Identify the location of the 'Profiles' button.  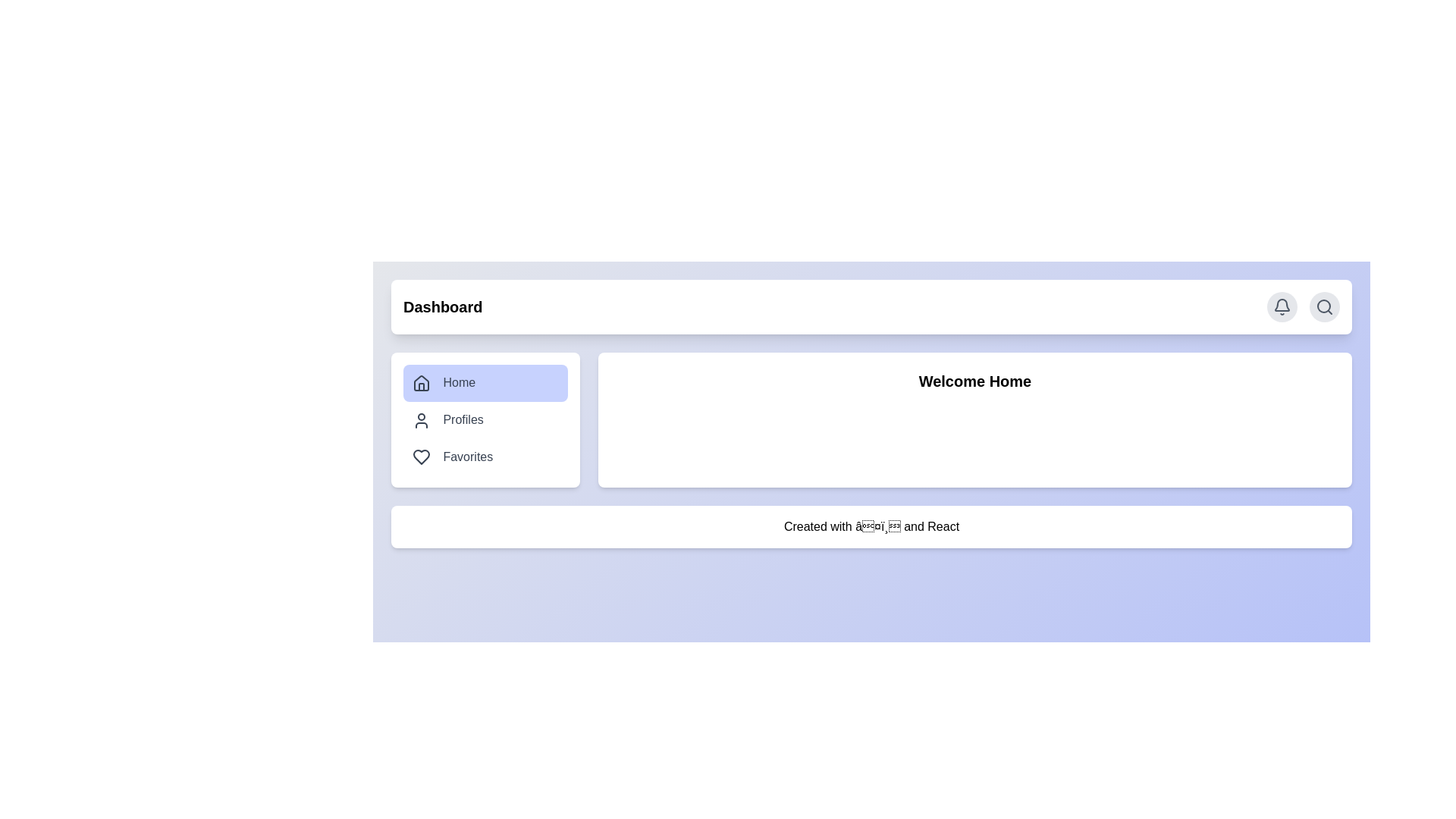
(485, 420).